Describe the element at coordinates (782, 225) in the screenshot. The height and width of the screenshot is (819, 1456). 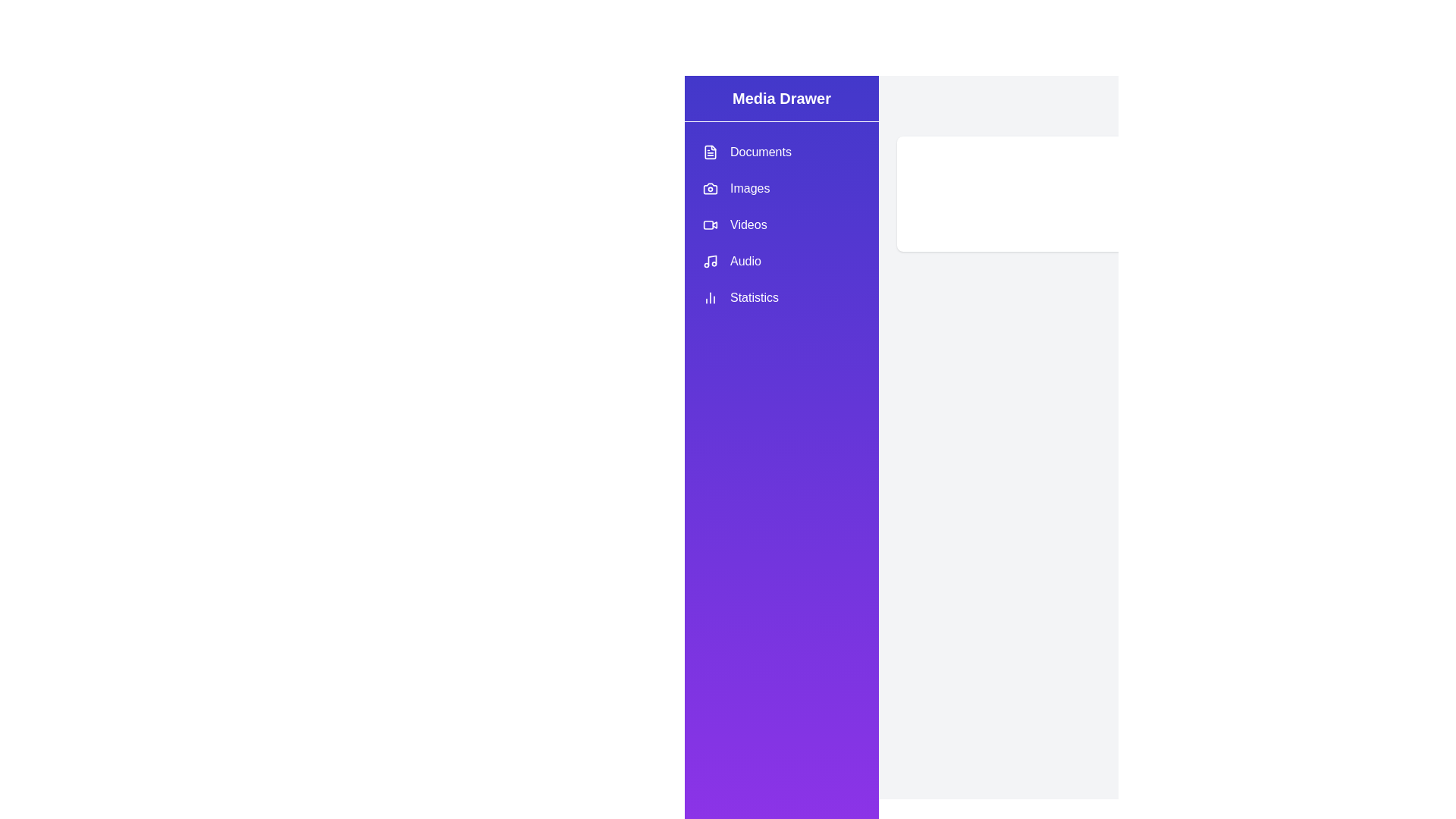
I see `the category Videos in the drawer` at that location.